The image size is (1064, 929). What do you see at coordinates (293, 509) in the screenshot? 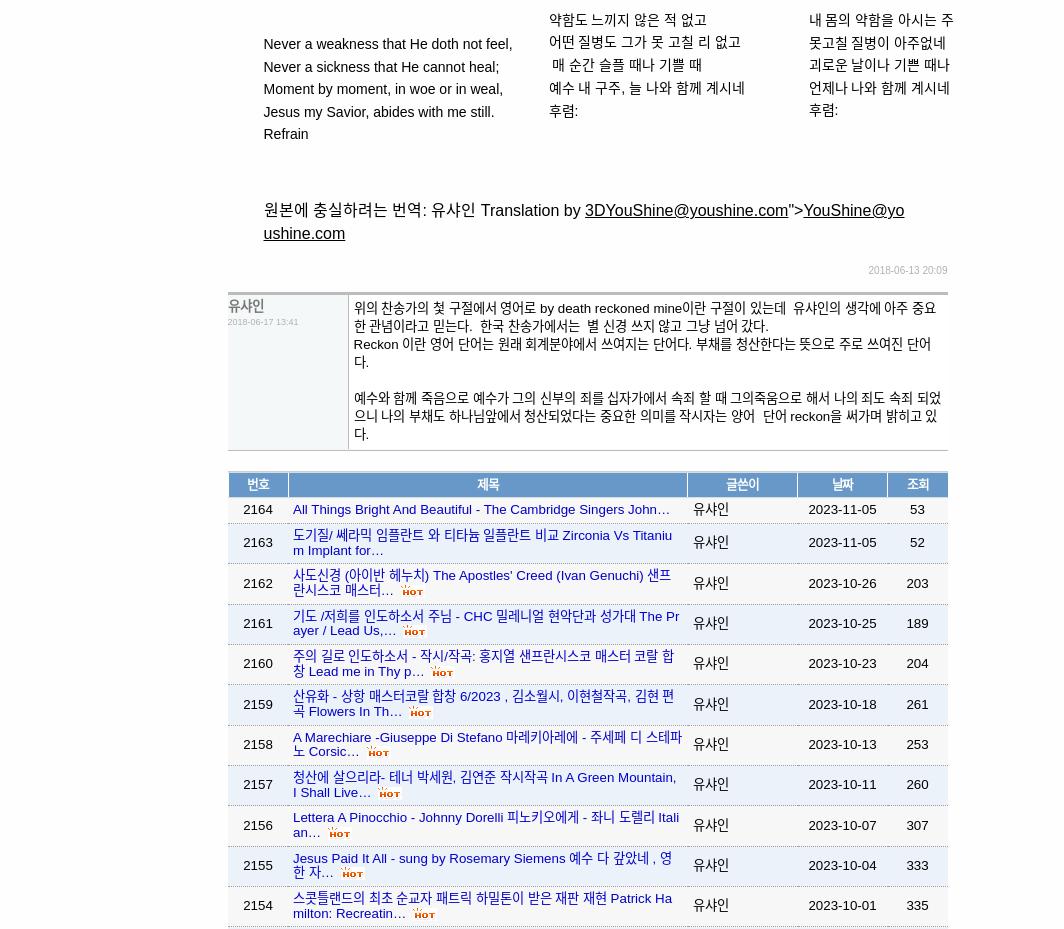
I see `'All Things Bright And Beautiful - The Cambridge Singers John…'` at bounding box center [293, 509].